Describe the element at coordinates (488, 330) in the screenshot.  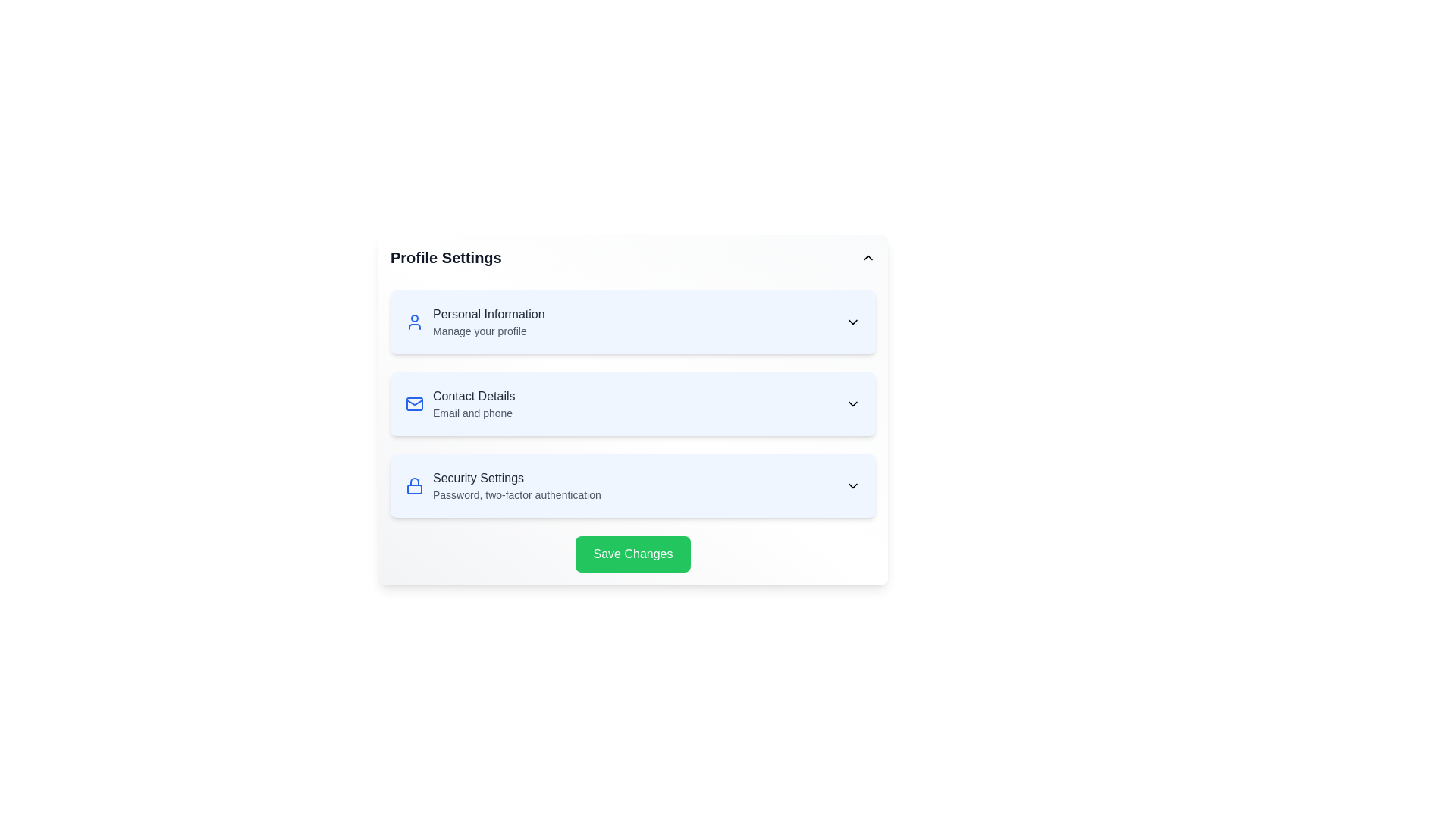
I see `the static text label stating 'Manage your profile' which is located beneath the heading 'Personal Information'` at that location.